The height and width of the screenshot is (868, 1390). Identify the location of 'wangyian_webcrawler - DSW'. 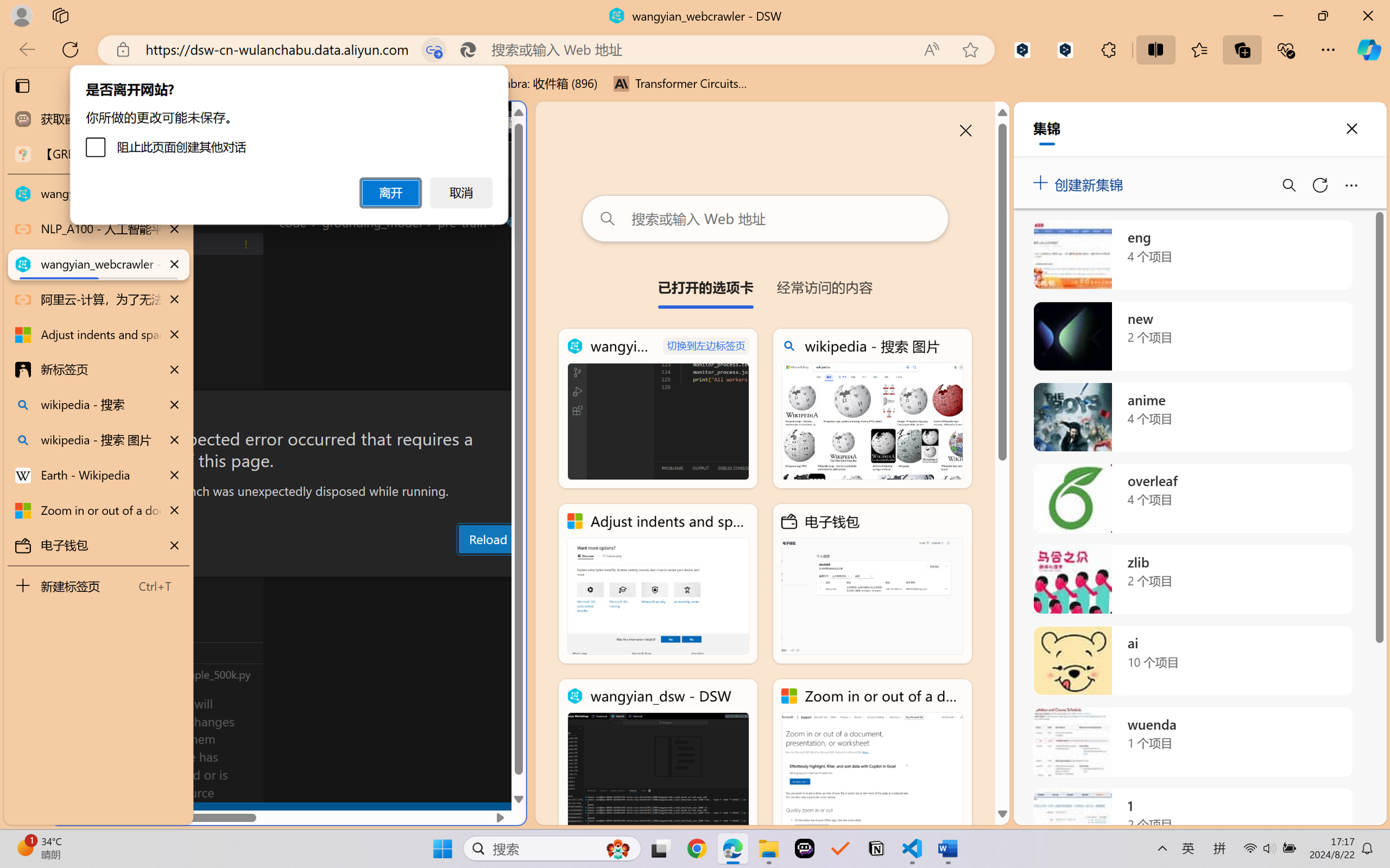
(658, 409).